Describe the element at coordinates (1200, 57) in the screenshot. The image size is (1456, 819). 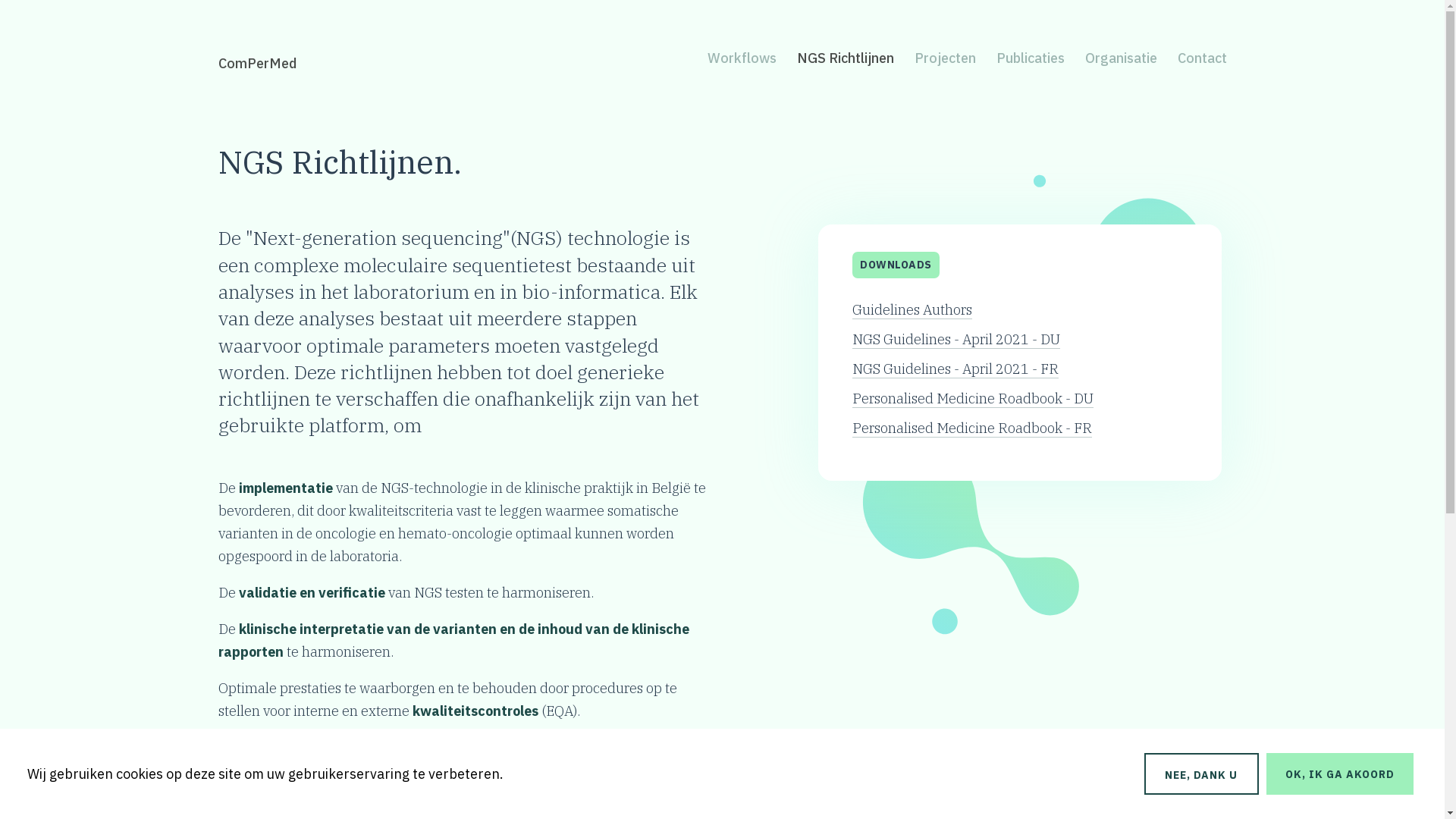
I see `'Contact'` at that location.